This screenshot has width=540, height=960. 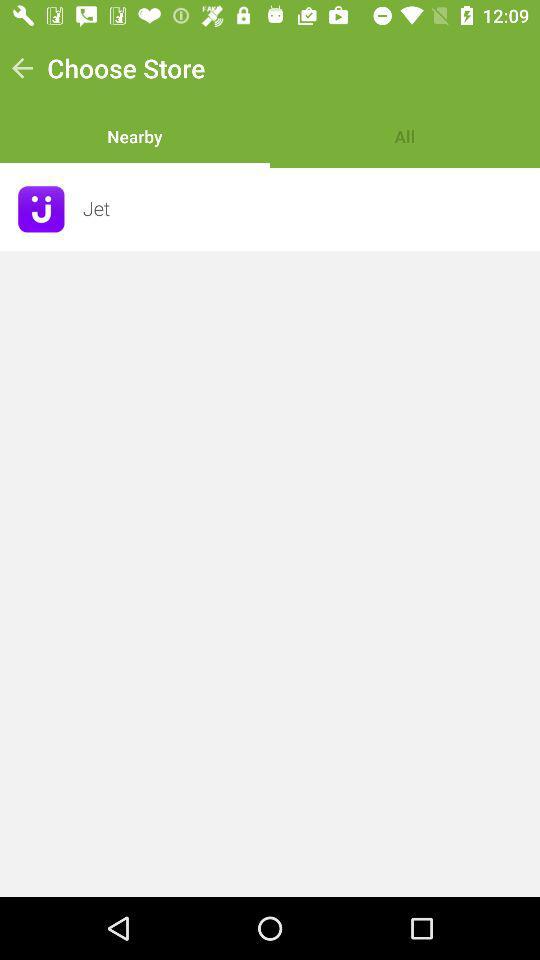 What do you see at coordinates (305, 209) in the screenshot?
I see `jet item` at bounding box center [305, 209].